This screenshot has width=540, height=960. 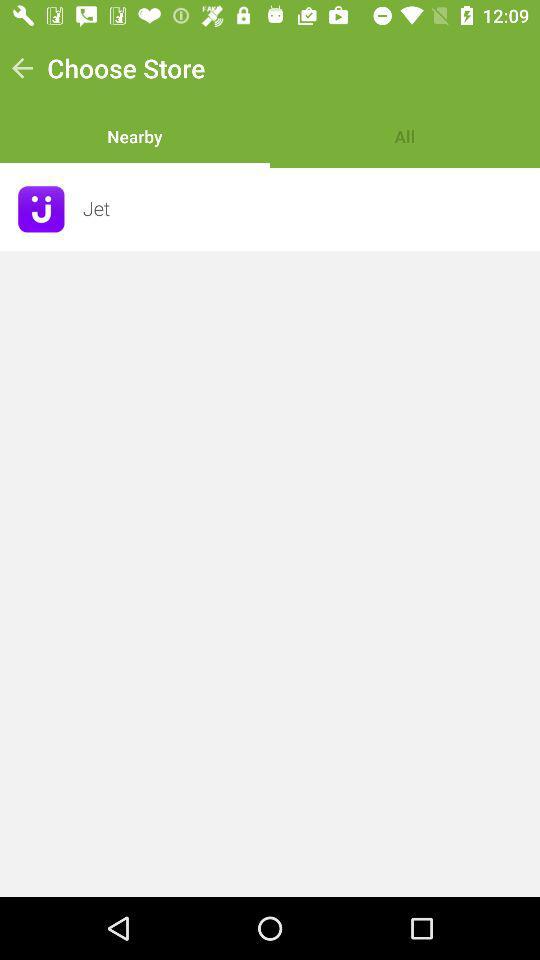 What do you see at coordinates (305, 209) in the screenshot?
I see `jet item` at bounding box center [305, 209].